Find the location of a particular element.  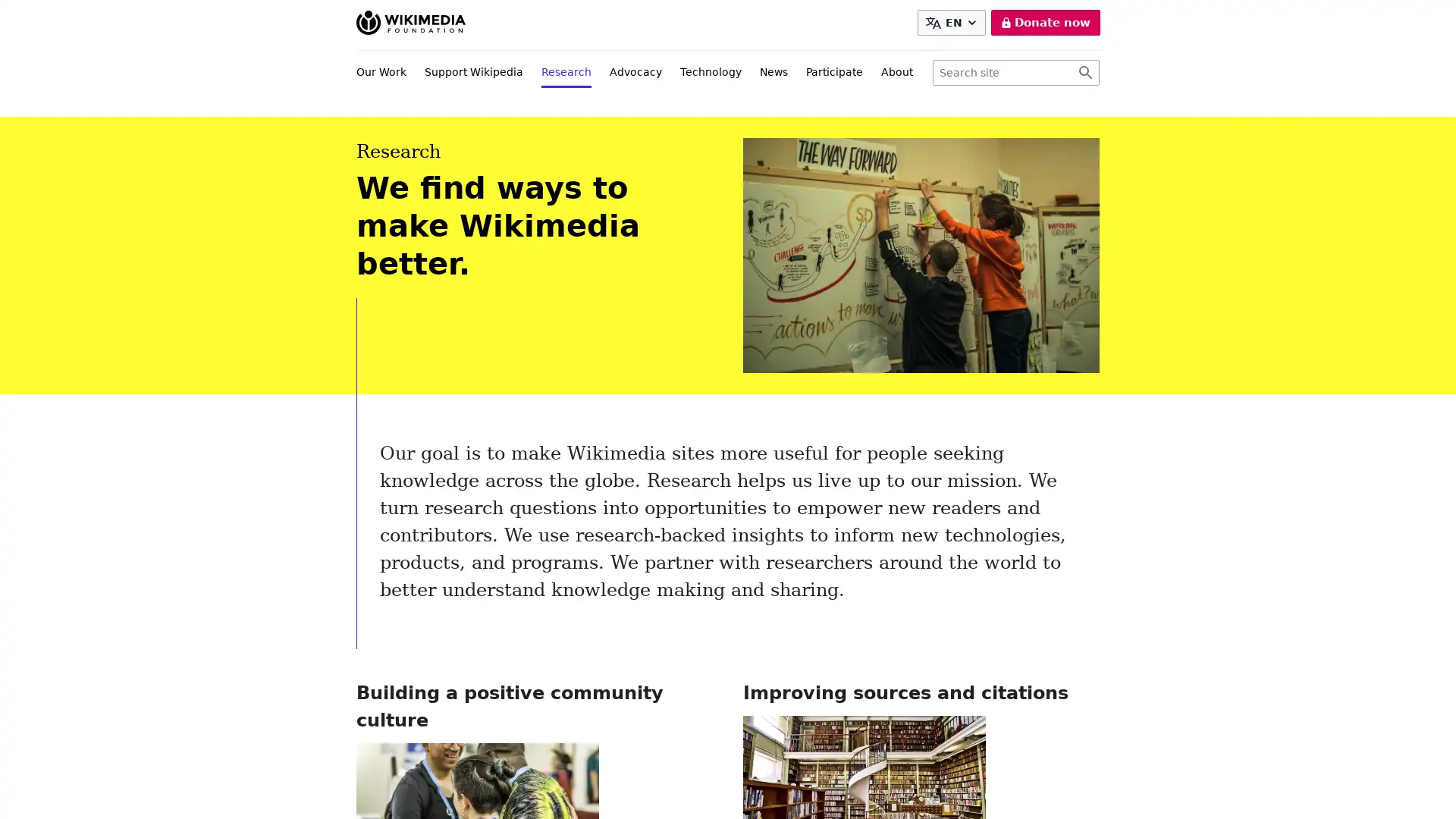

CURRENT LANGUAGE: EN is located at coordinates (953, 23).